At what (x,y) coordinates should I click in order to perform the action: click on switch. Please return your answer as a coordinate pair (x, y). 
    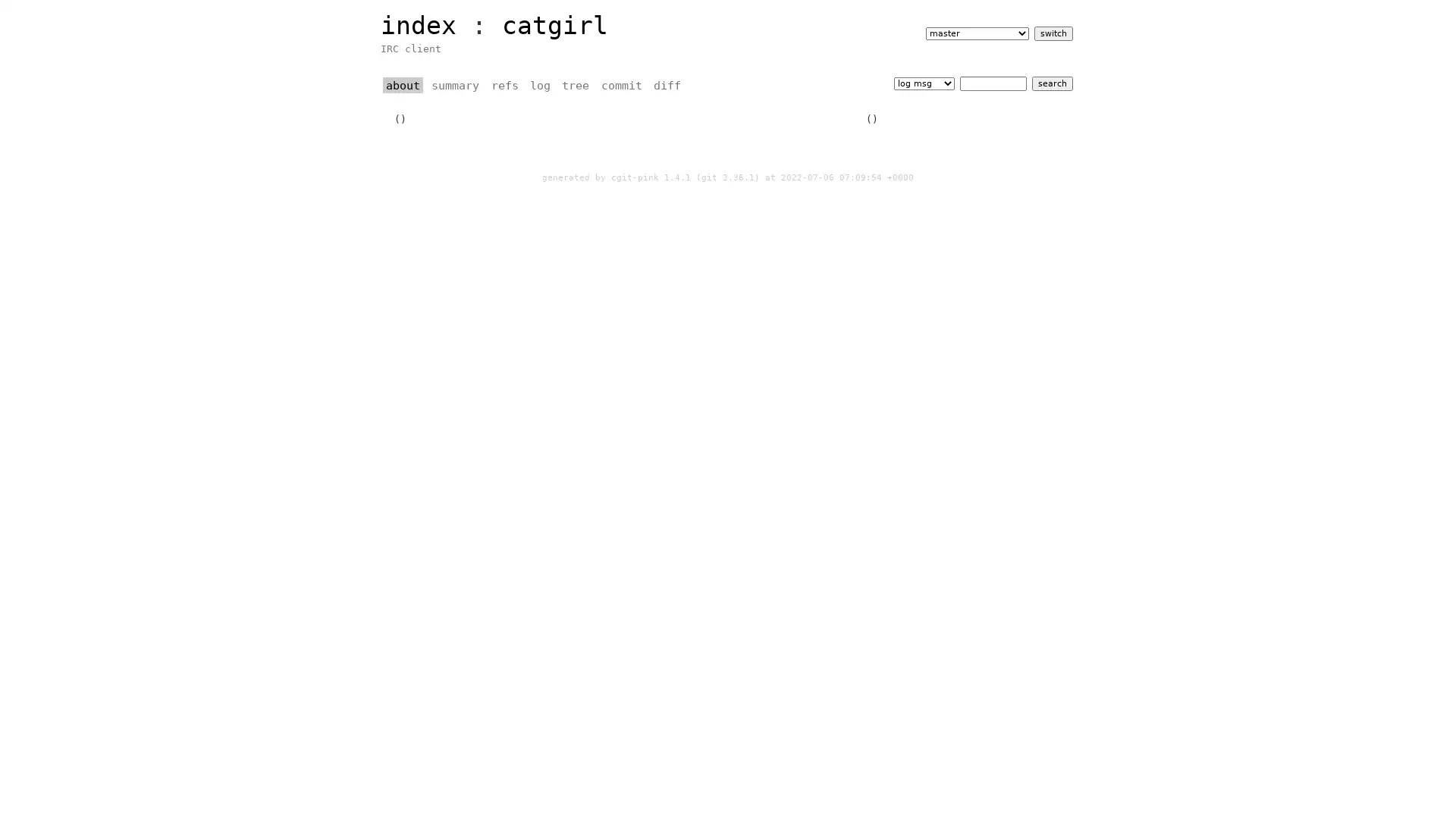
    Looking at the image, I should click on (1052, 33).